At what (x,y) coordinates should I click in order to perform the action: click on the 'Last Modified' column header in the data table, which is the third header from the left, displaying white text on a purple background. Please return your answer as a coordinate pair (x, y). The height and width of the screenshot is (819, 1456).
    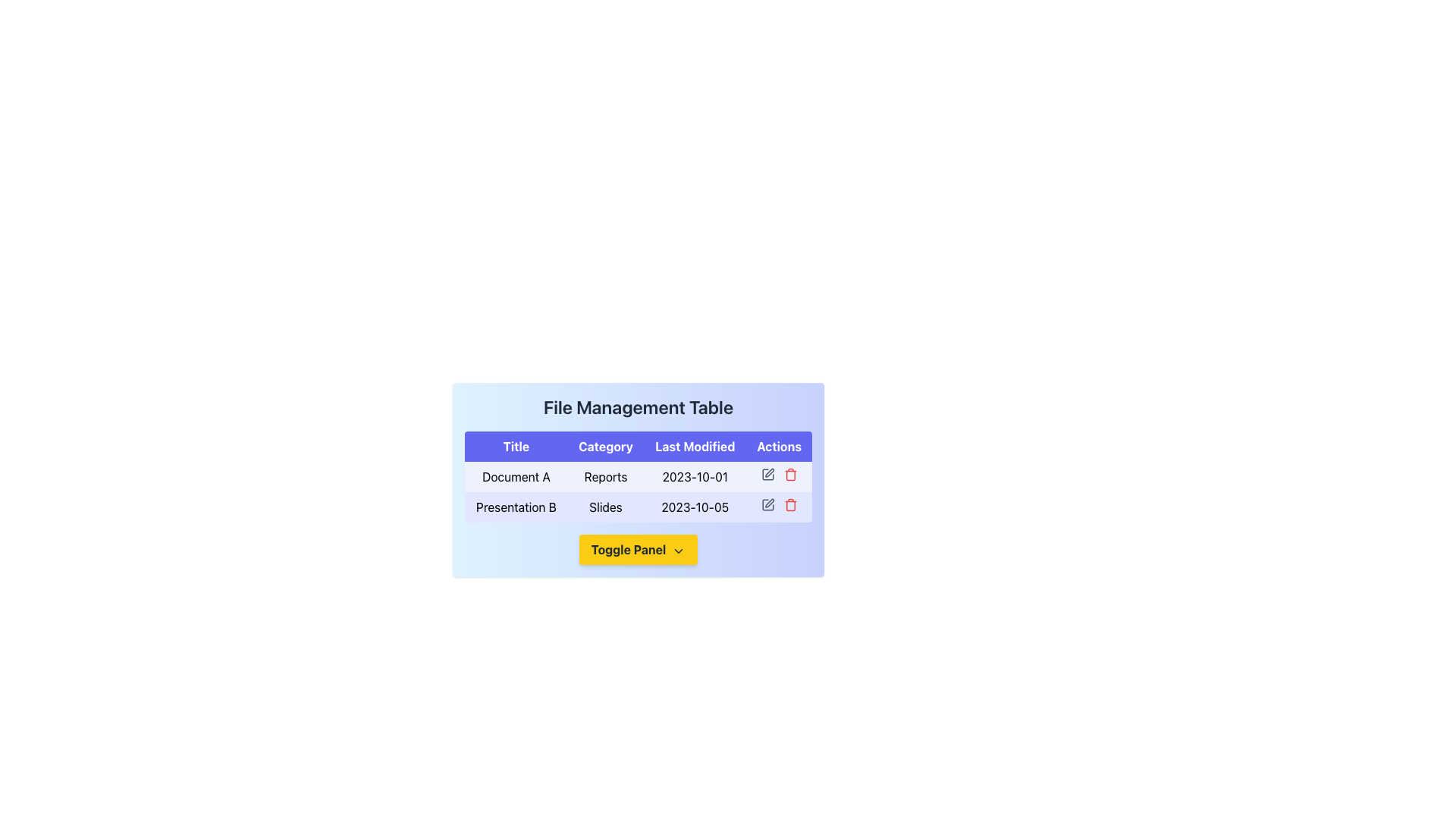
    Looking at the image, I should click on (694, 446).